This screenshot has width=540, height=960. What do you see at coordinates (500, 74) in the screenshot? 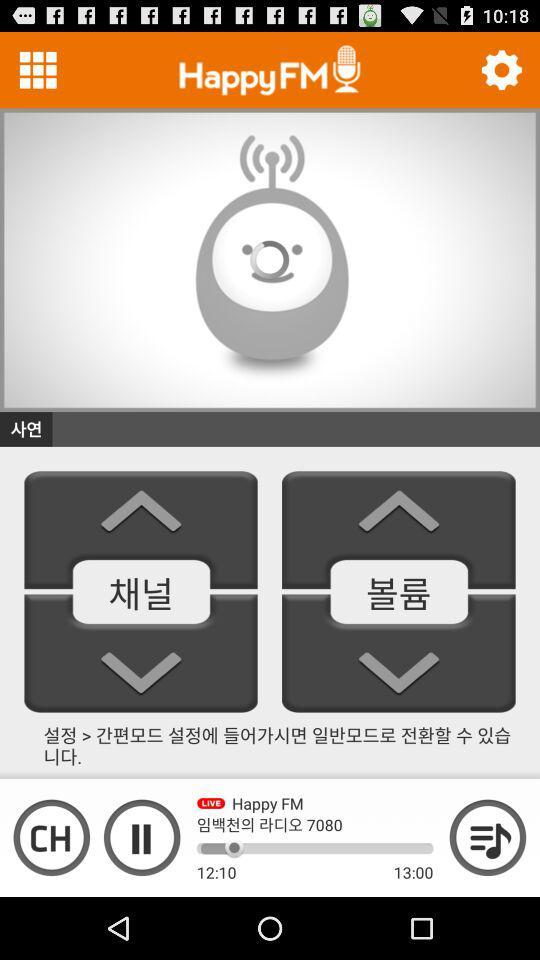
I see `the settings icon` at bounding box center [500, 74].